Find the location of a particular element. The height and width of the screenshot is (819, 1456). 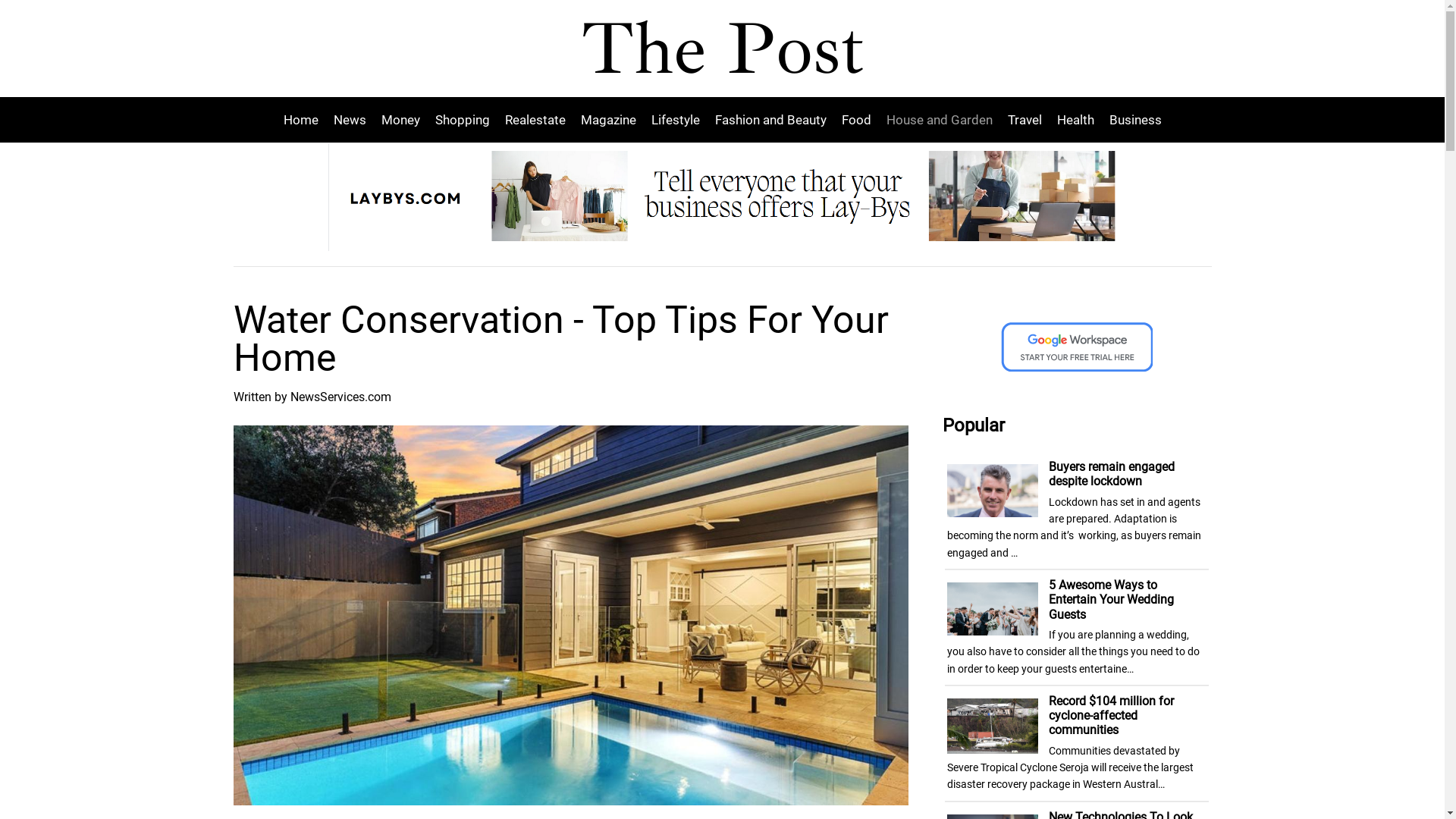

'News' is located at coordinates (349, 119).